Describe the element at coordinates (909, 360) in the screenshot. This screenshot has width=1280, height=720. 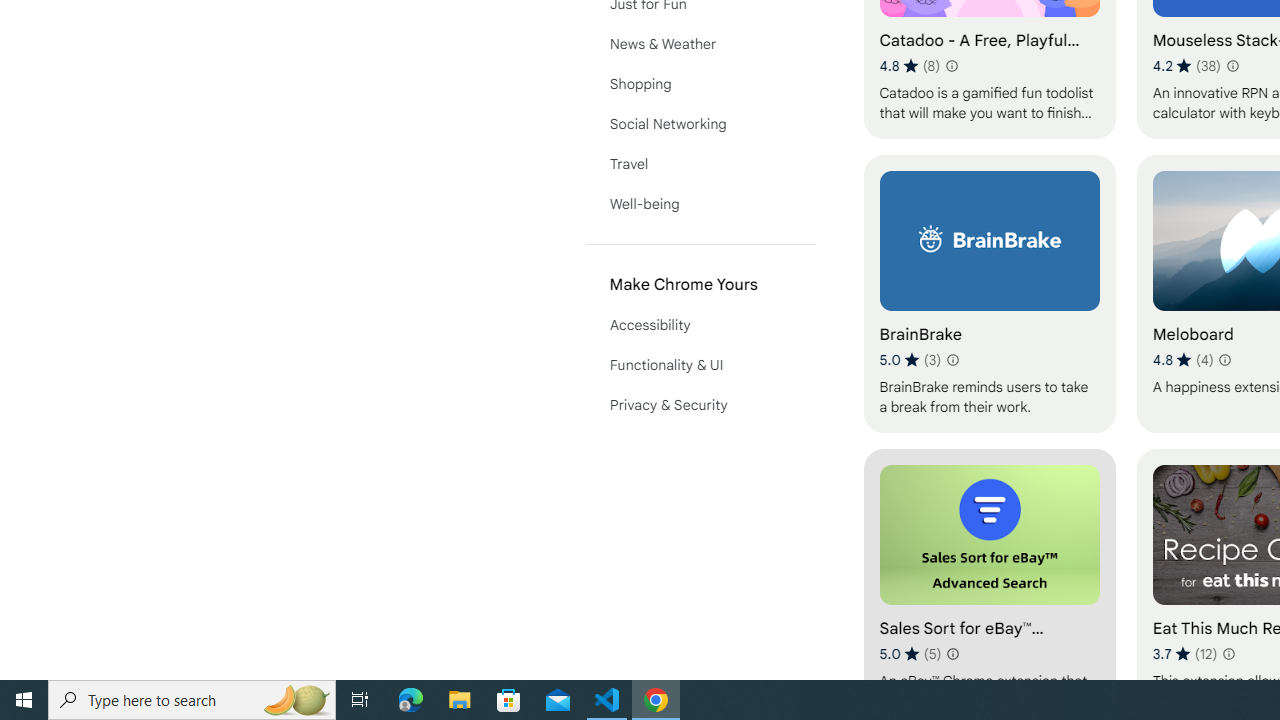
I see `'Average rating 5 out of 5 stars. 3 ratings.'` at that location.